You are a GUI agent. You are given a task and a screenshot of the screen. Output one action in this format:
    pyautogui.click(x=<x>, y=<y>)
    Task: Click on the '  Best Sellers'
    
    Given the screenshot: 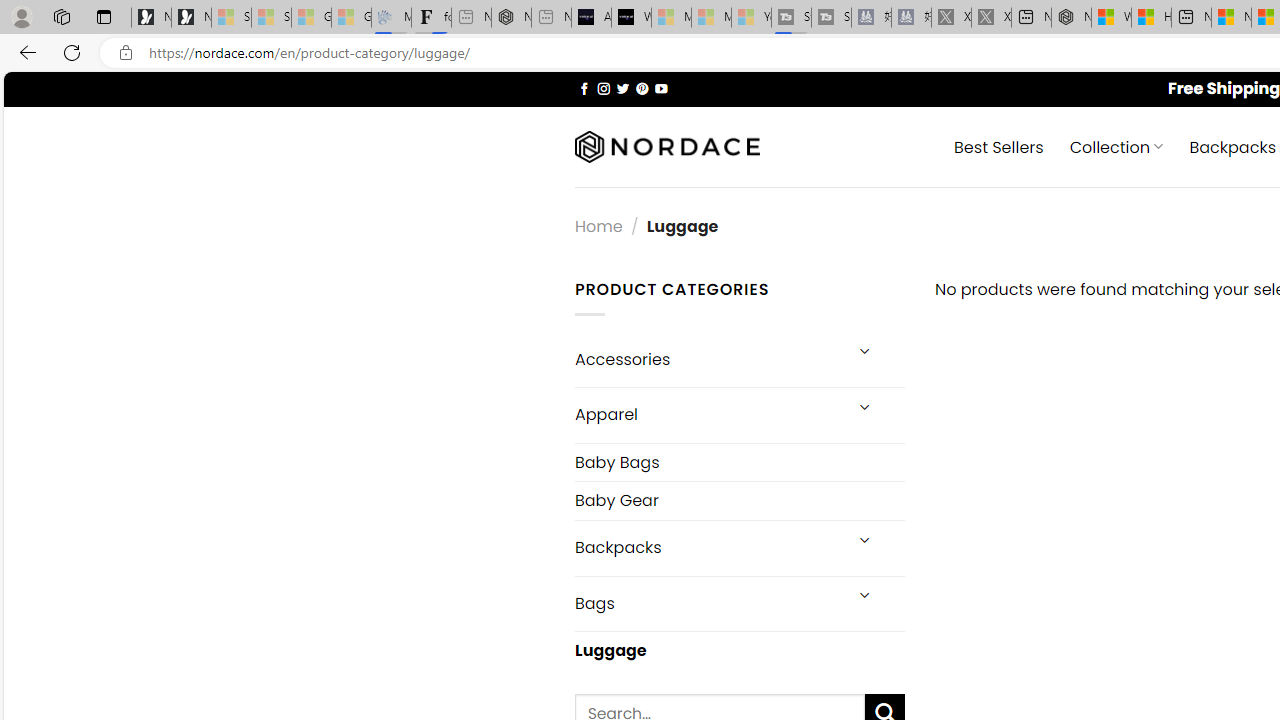 What is the action you would take?
    pyautogui.click(x=999, y=145)
    